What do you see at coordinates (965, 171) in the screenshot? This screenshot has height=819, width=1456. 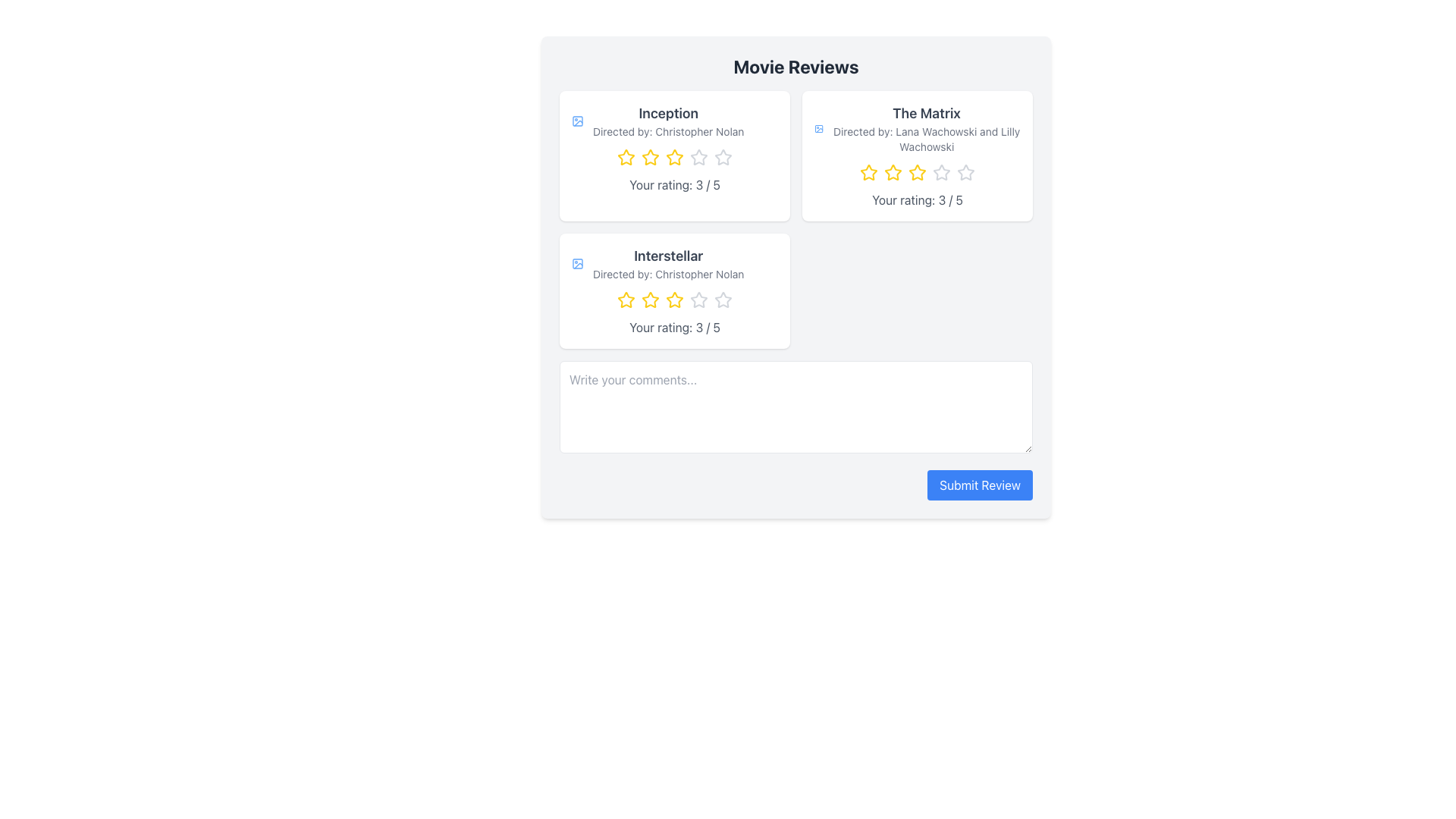 I see `the fifth gray outline star icon` at bounding box center [965, 171].